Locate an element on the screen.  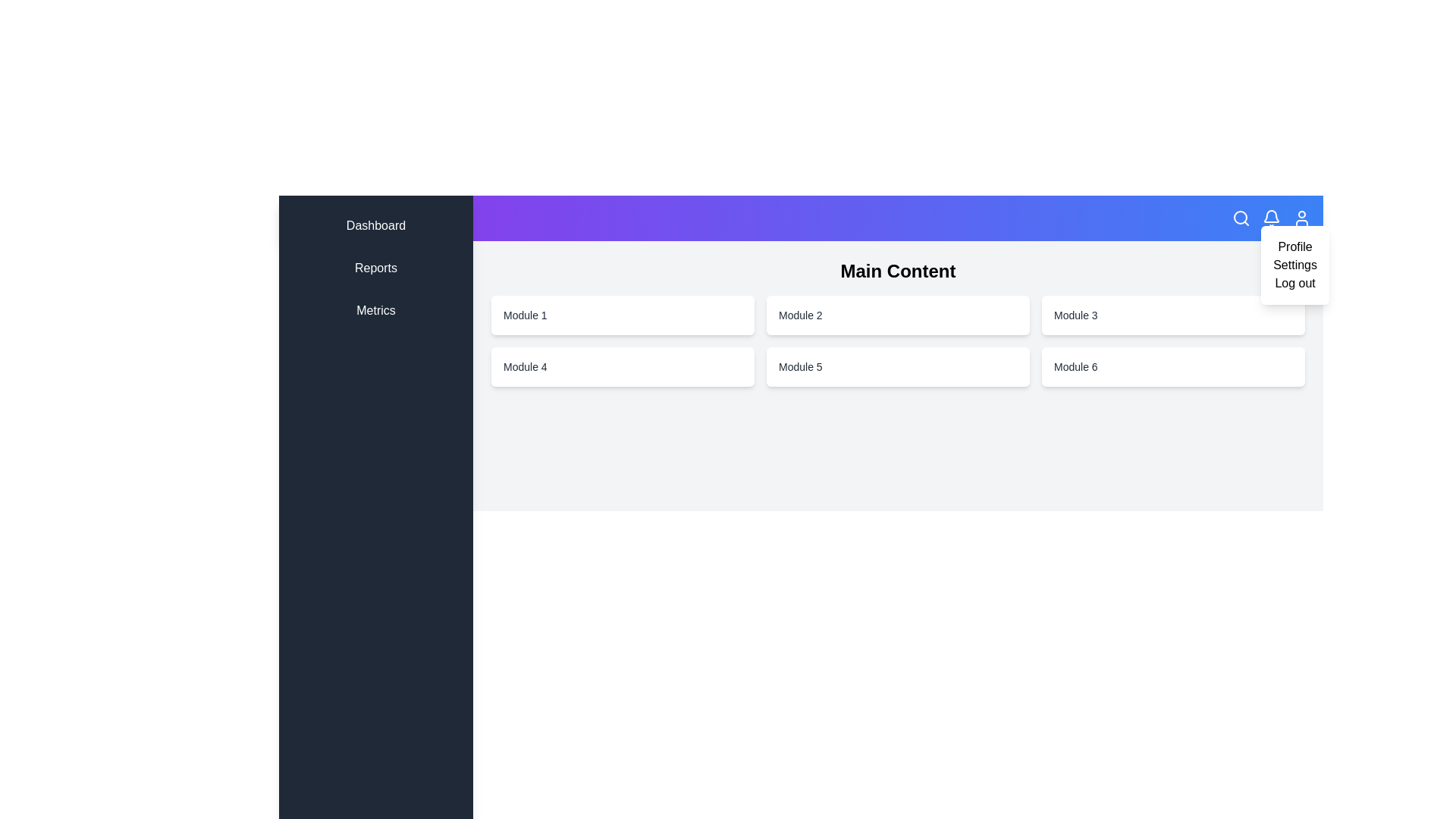
the 'Log out' hyperlink to change its appearance, which is styled with hover effects (light gray text on hover) is located at coordinates (1294, 284).